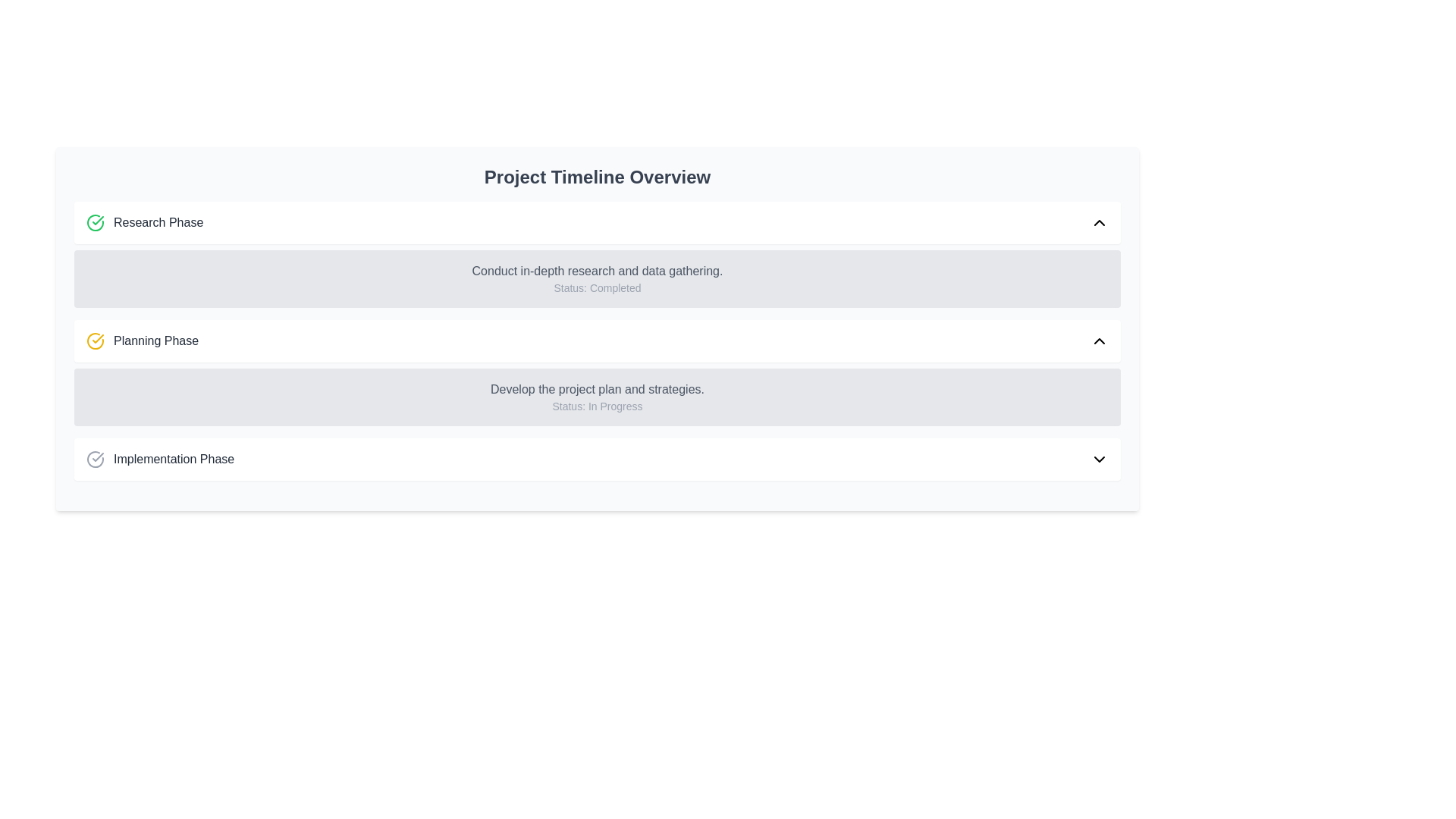 The height and width of the screenshot is (819, 1456). What do you see at coordinates (596, 271) in the screenshot?
I see `the title text element that describes a task in the project timeline, located under the 'Research Phase' section and above the task's status text` at bounding box center [596, 271].